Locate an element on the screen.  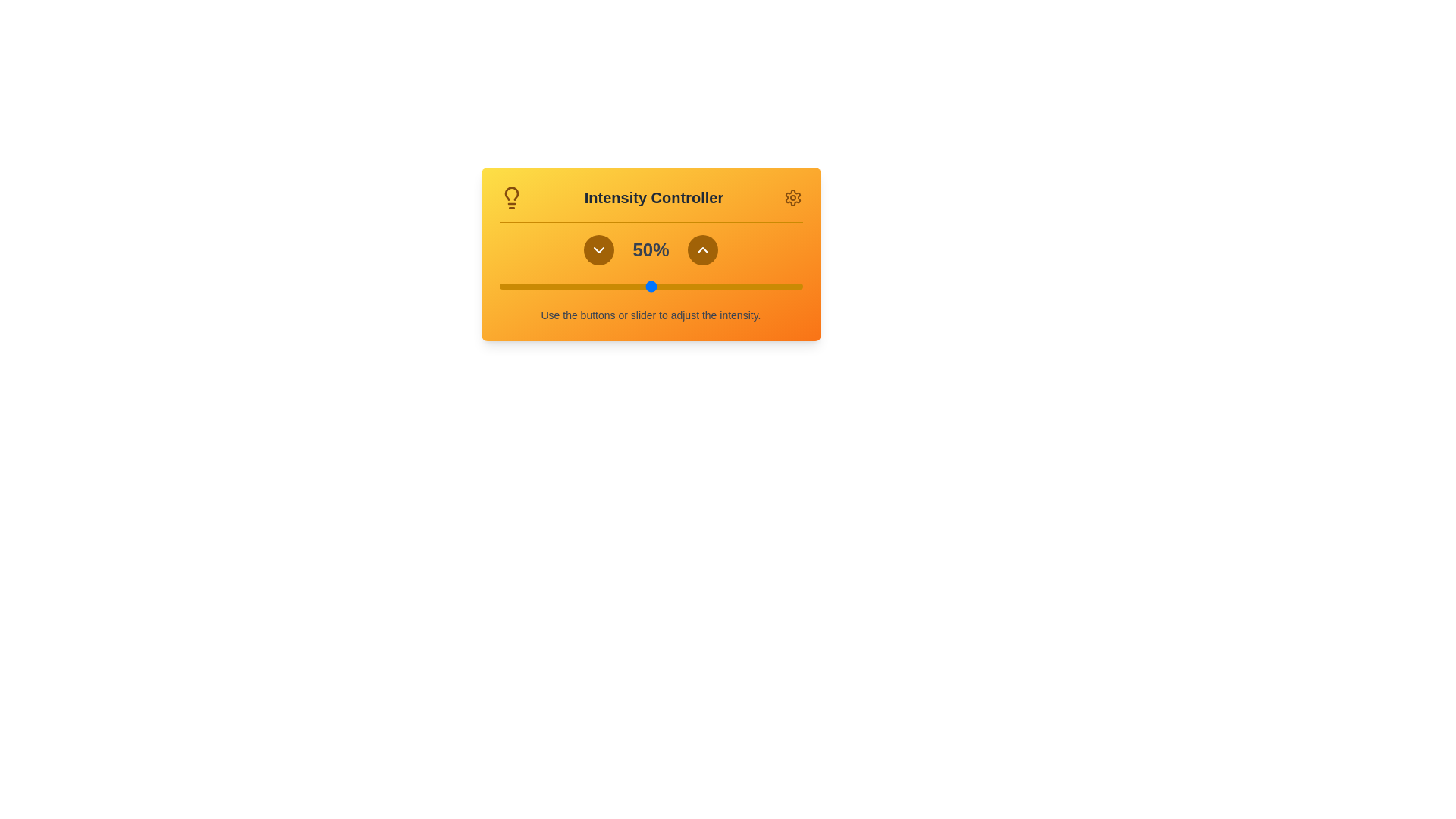
the chevron icon inside the circular button with a brown background and white border, which is used to increment the displayed percentage in the 'Intensity Controller' UI is located at coordinates (701, 249).